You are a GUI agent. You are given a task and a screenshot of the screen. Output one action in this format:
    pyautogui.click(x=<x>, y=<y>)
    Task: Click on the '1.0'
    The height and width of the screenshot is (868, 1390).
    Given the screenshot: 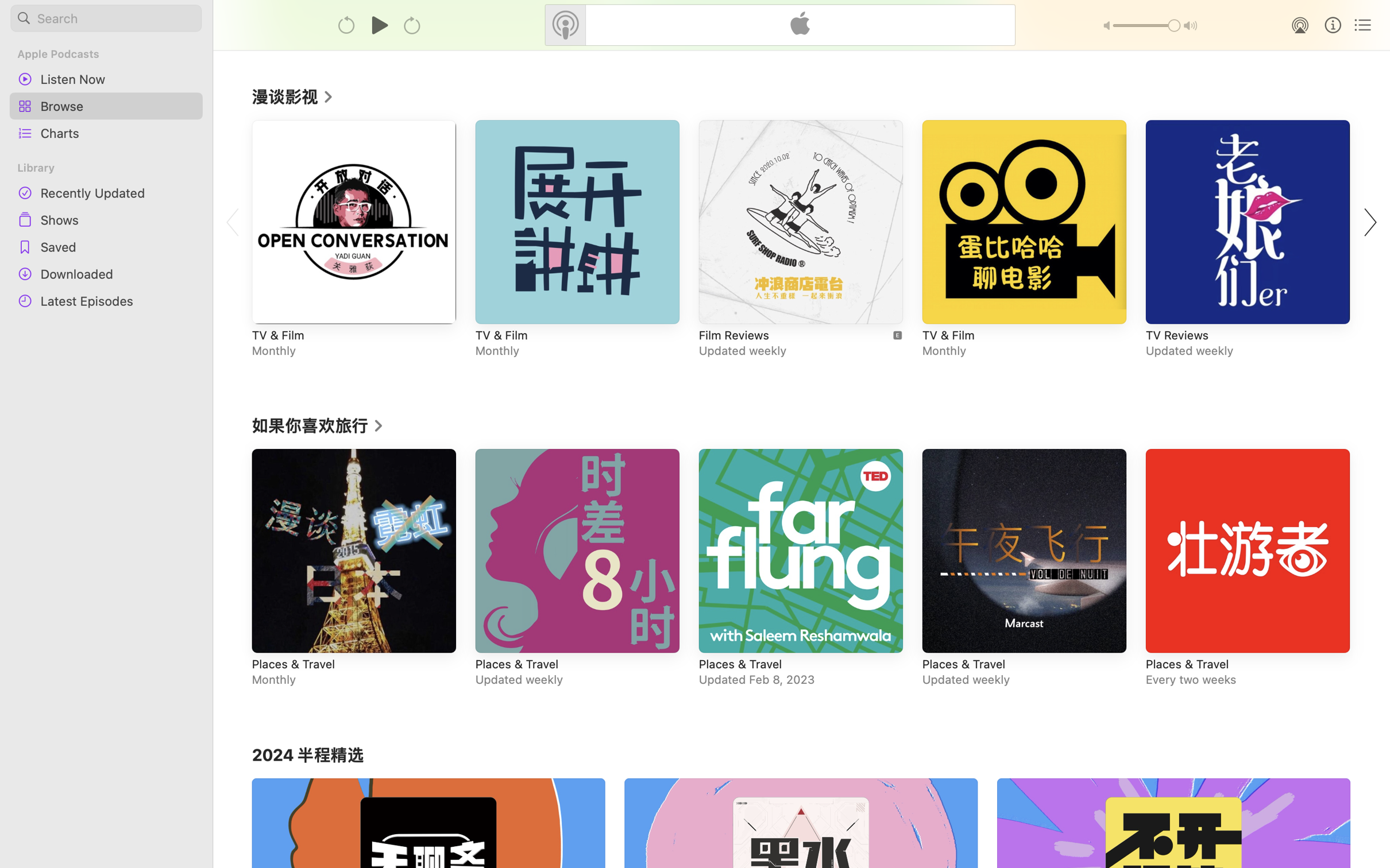 What is the action you would take?
    pyautogui.click(x=1146, y=25)
    